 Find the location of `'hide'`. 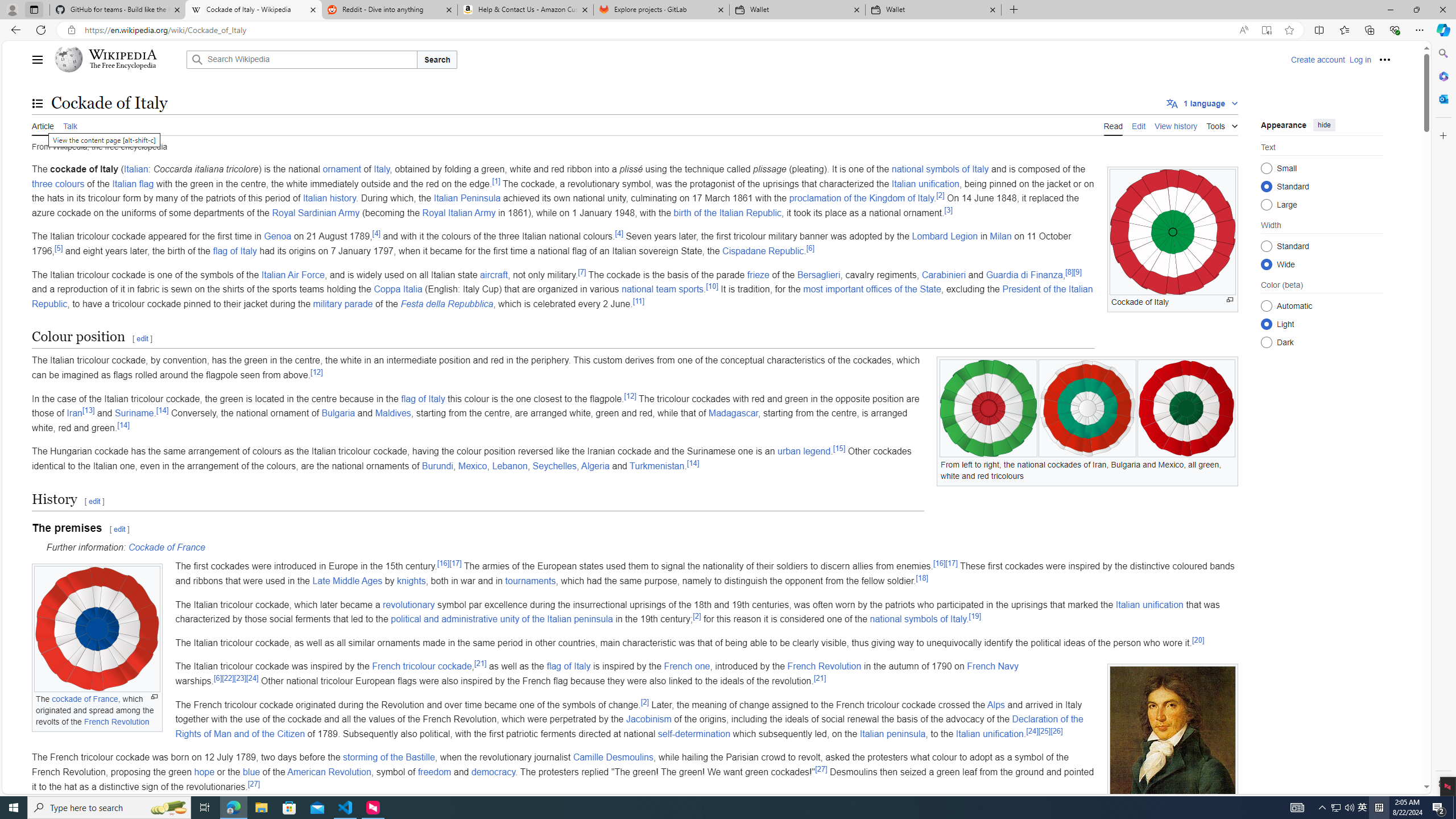

'hide' is located at coordinates (1323, 124).